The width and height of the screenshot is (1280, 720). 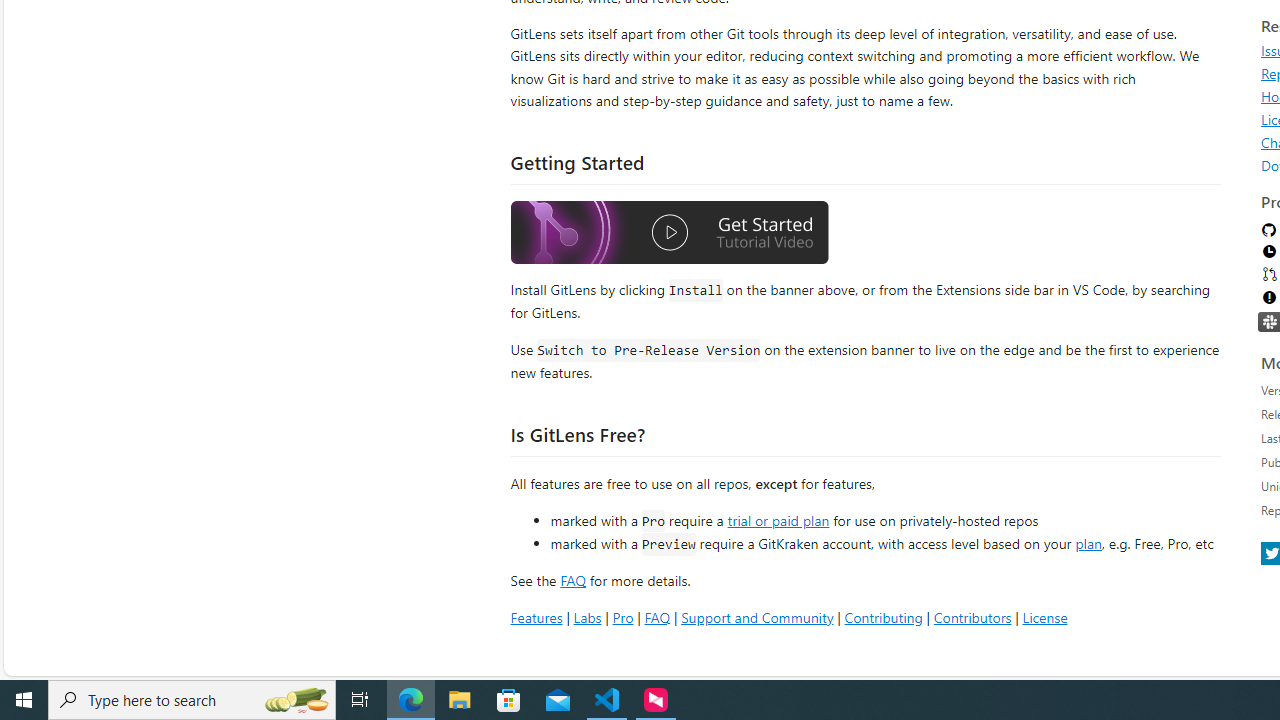 I want to click on 'Support and Community', so click(x=756, y=616).